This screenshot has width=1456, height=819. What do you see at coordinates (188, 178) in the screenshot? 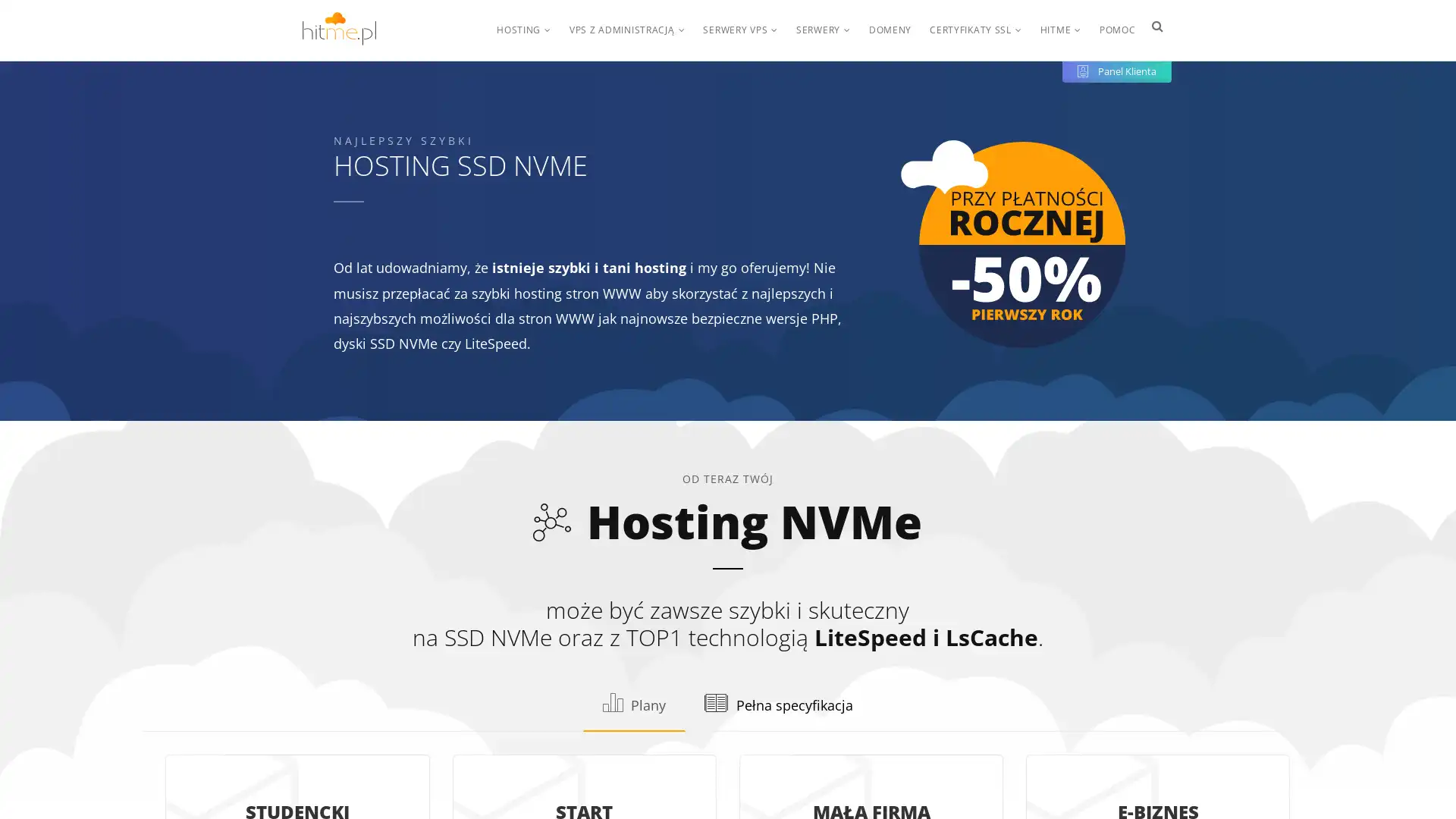
I see `OK, rozumiem` at bounding box center [188, 178].